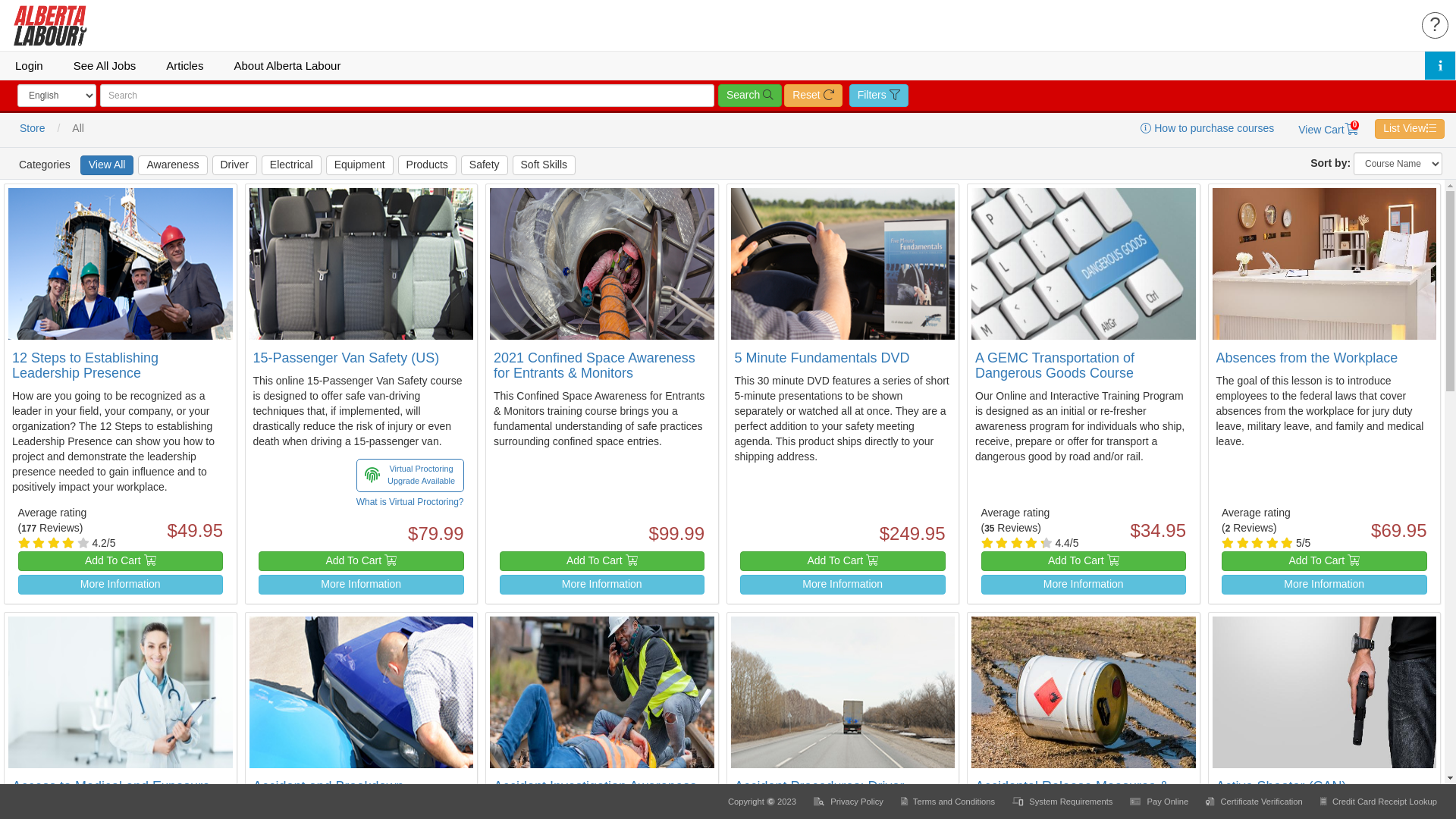 The image size is (1456, 819). What do you see at coordinates (1306, 357) in the screenshot?
I see `'Absences from the Workplace'` at bounding box center [1306, 357].